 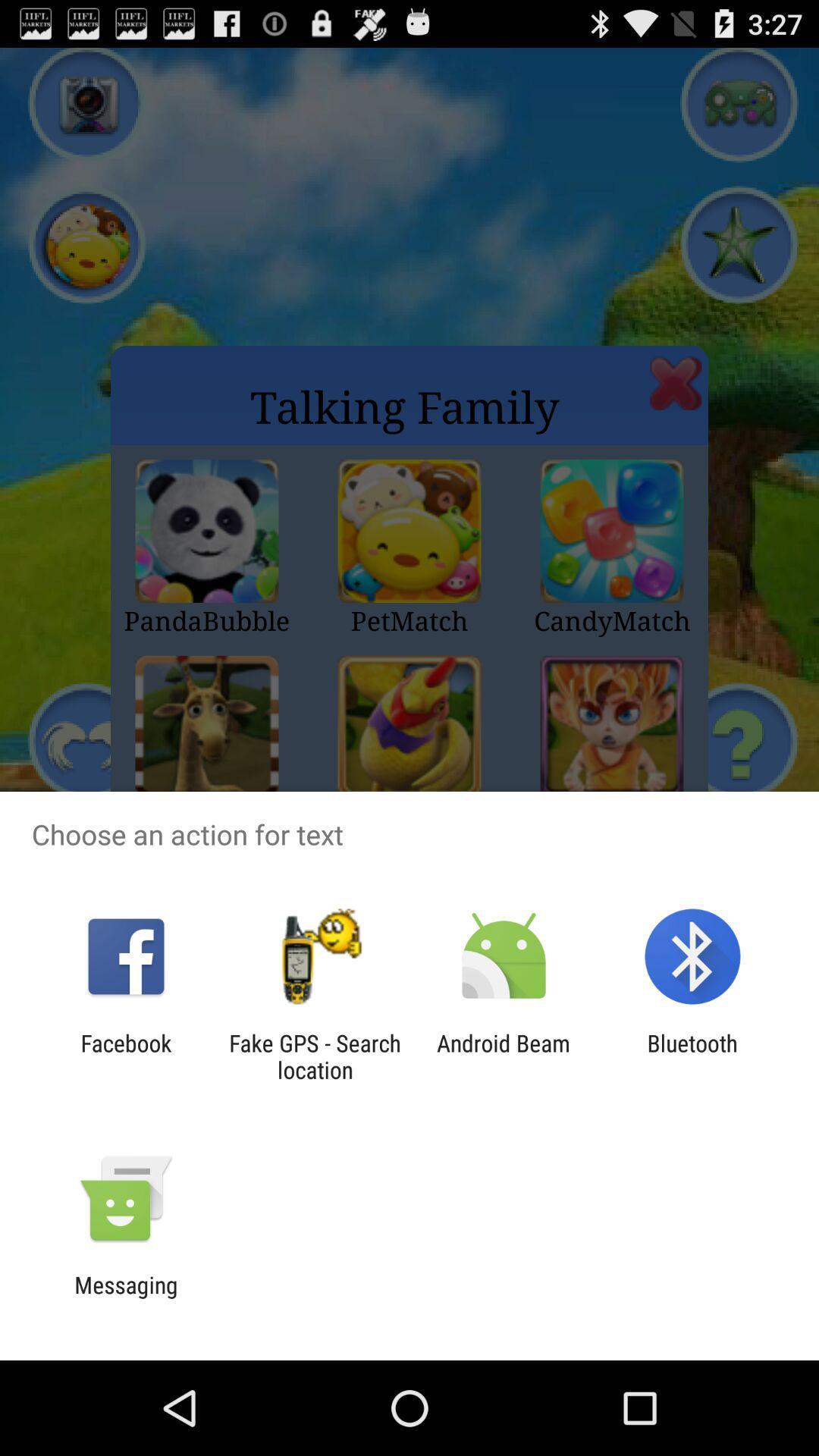 I want to click on app next to facebook app, so click(x=314, y=1056).